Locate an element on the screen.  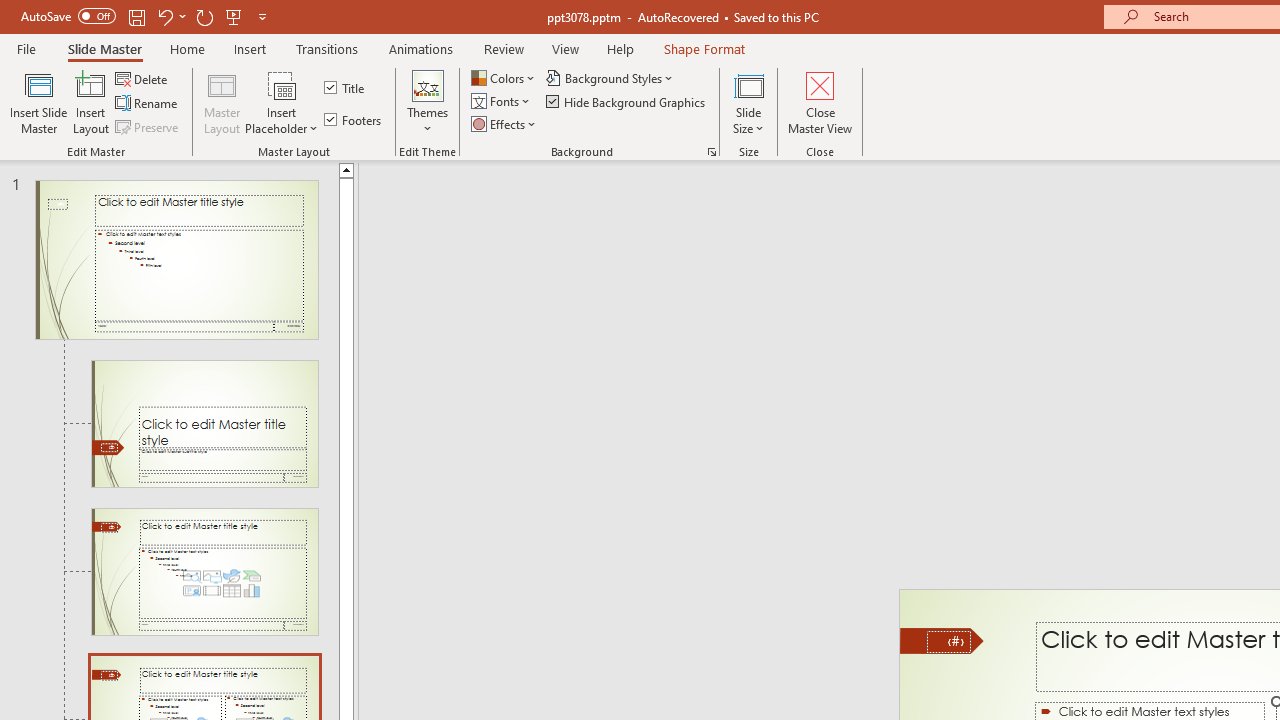
'Close Master View' is located at coordinates (820, 103).